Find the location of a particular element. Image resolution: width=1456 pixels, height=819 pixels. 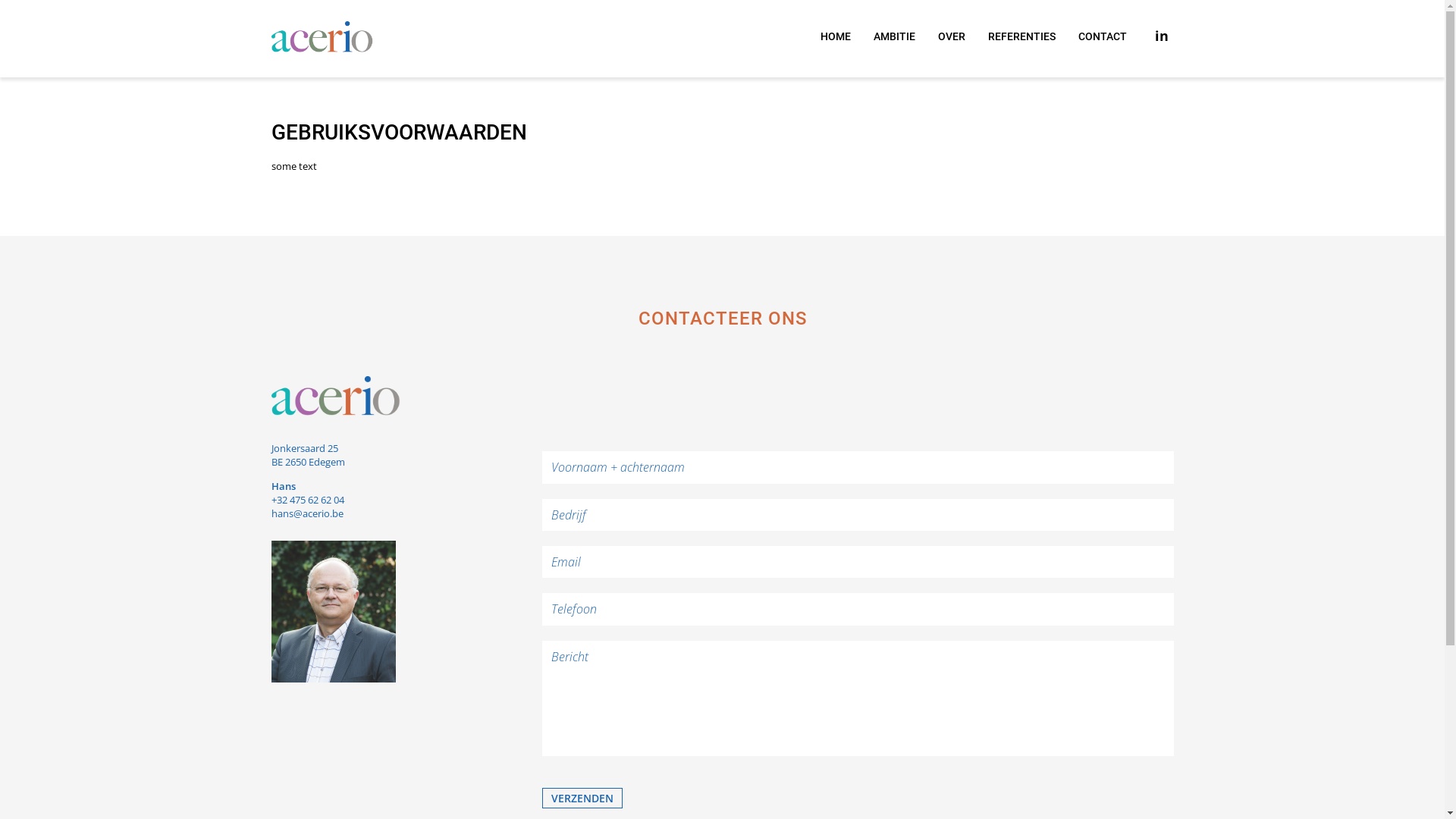

'OVER' is located at coordinates (949, 36).